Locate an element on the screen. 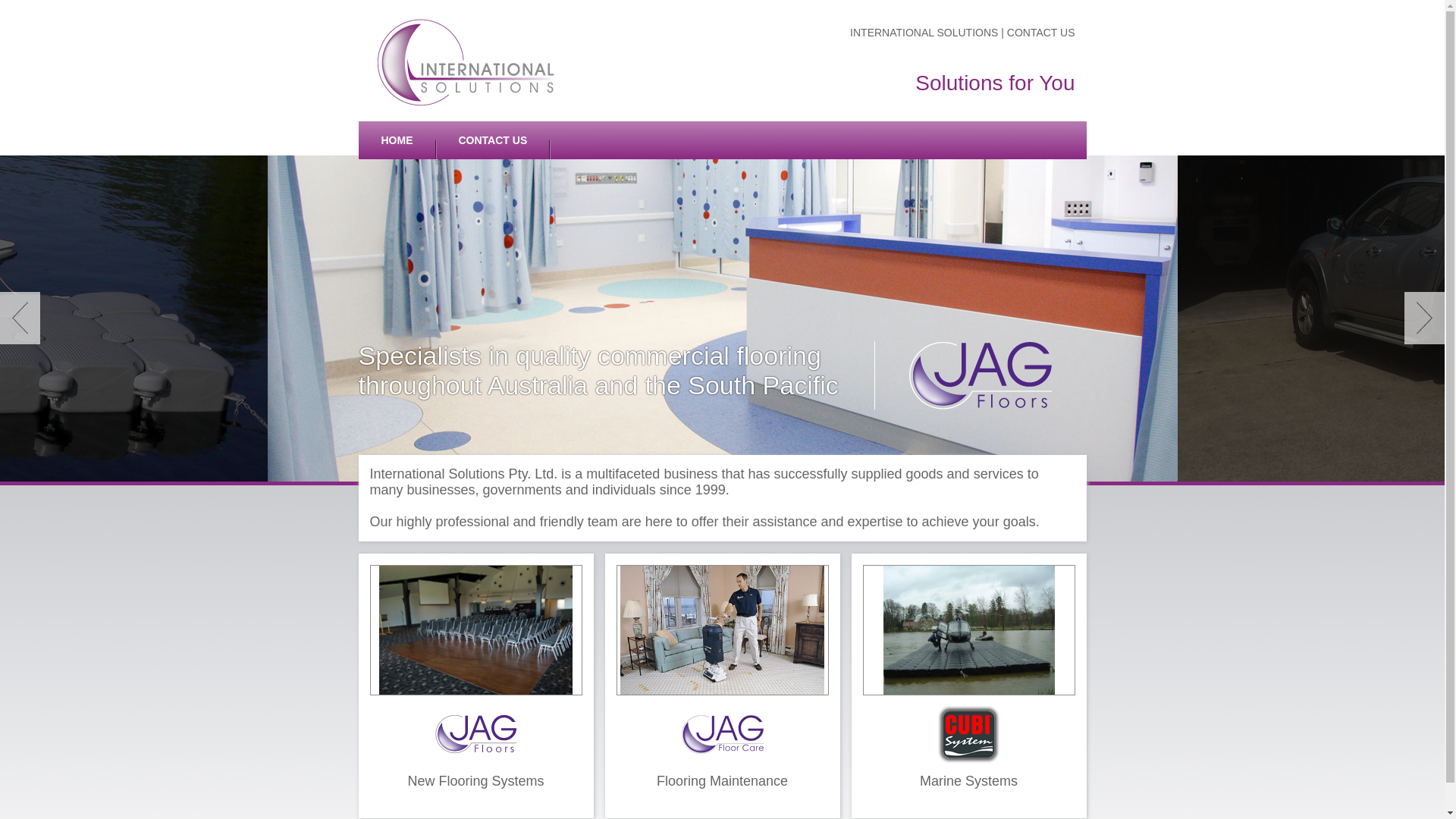 Image resolution: width=1456 pixels, height=819 pixels. 'Flooring Maintenance' is located at coordinates (722, 686).